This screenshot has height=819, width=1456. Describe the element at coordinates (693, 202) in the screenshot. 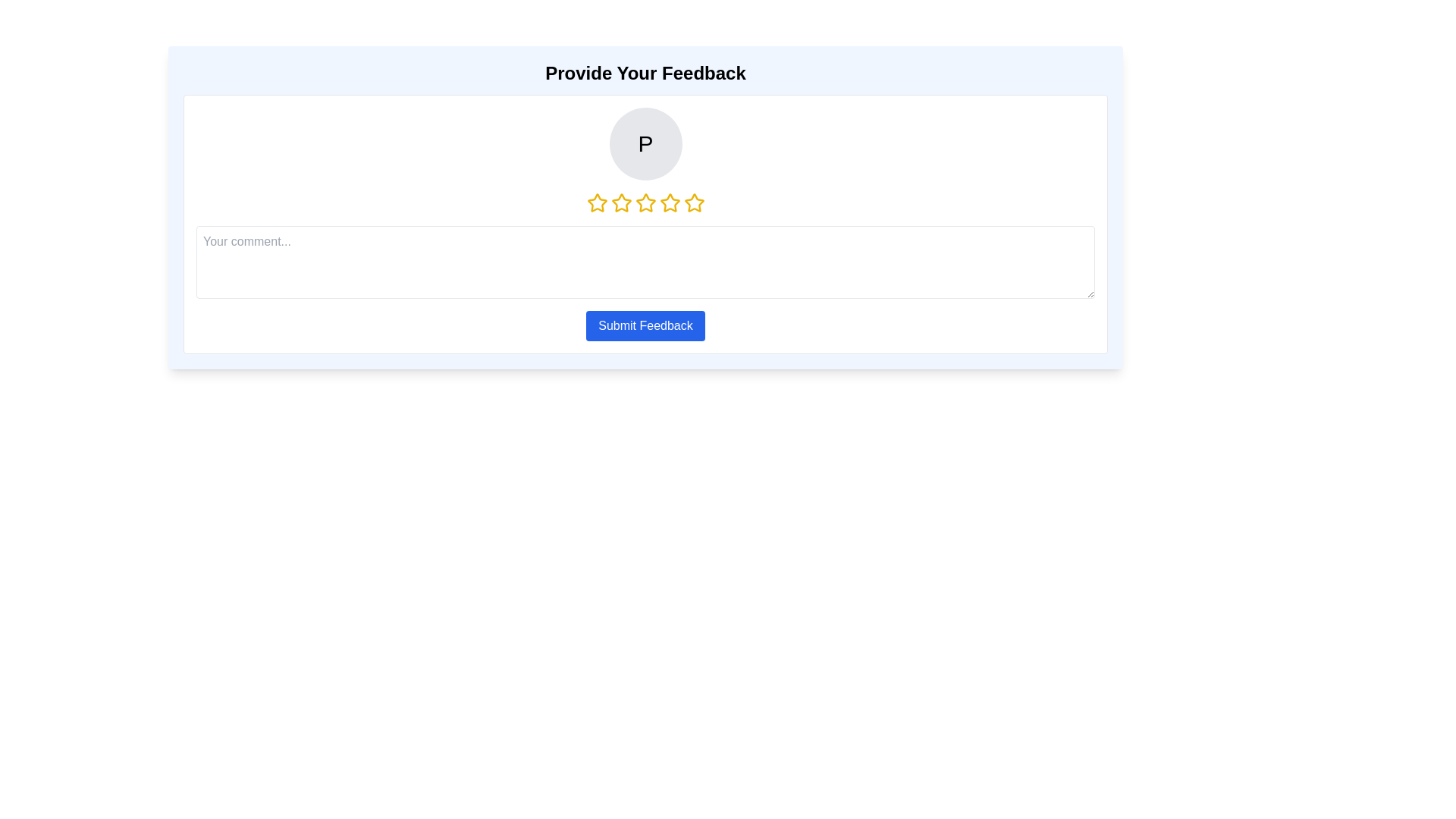

I see `the star corresponding to 5 stars to set the rating` at that location.